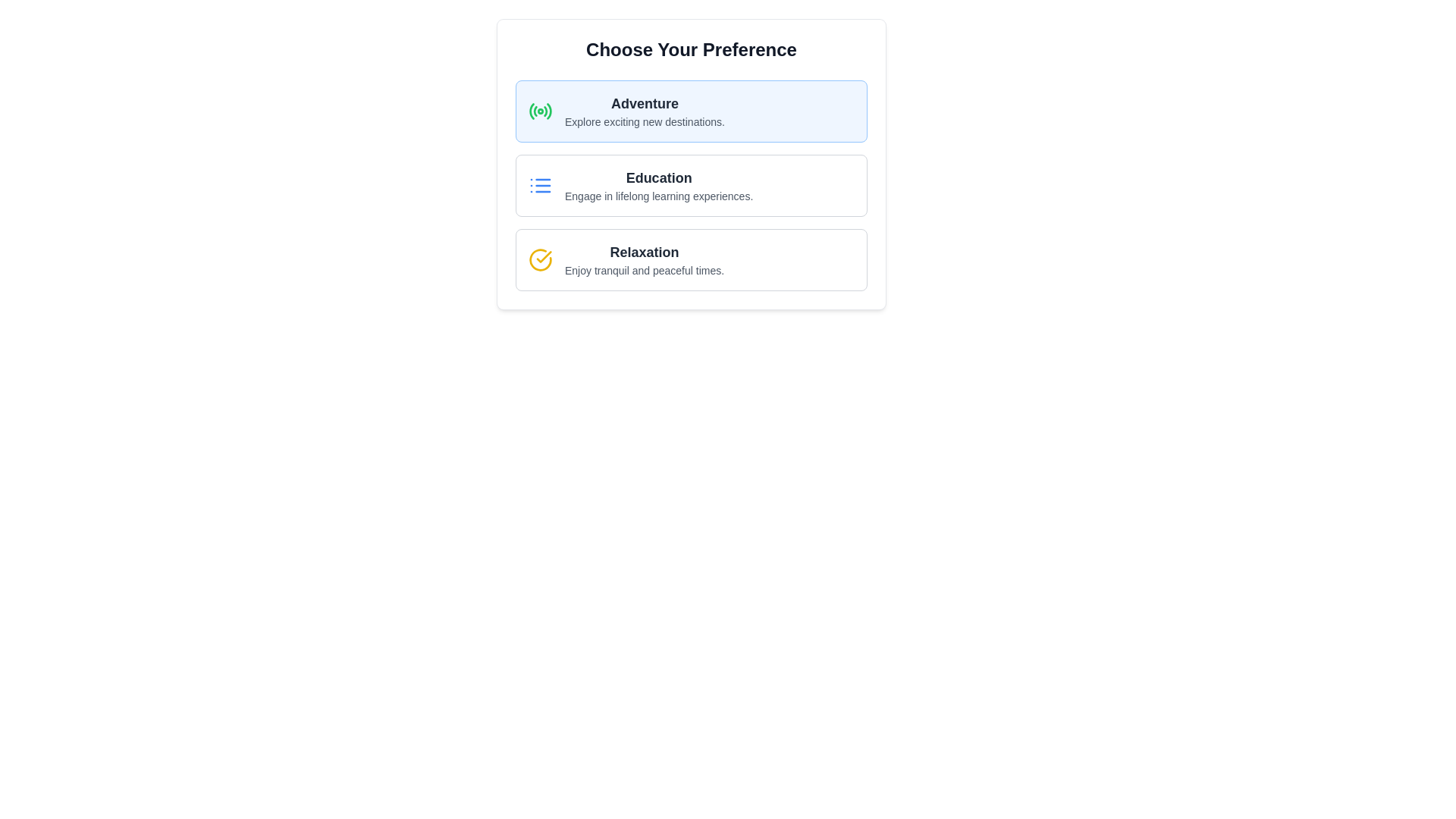  What do you see at coordinates (644, 251) in the screenshot?
I see `the text label indicating a category related to relaxation, which is centrally positioned in the bottom card of the three stacked option cards` at bounding box center [644, 251].